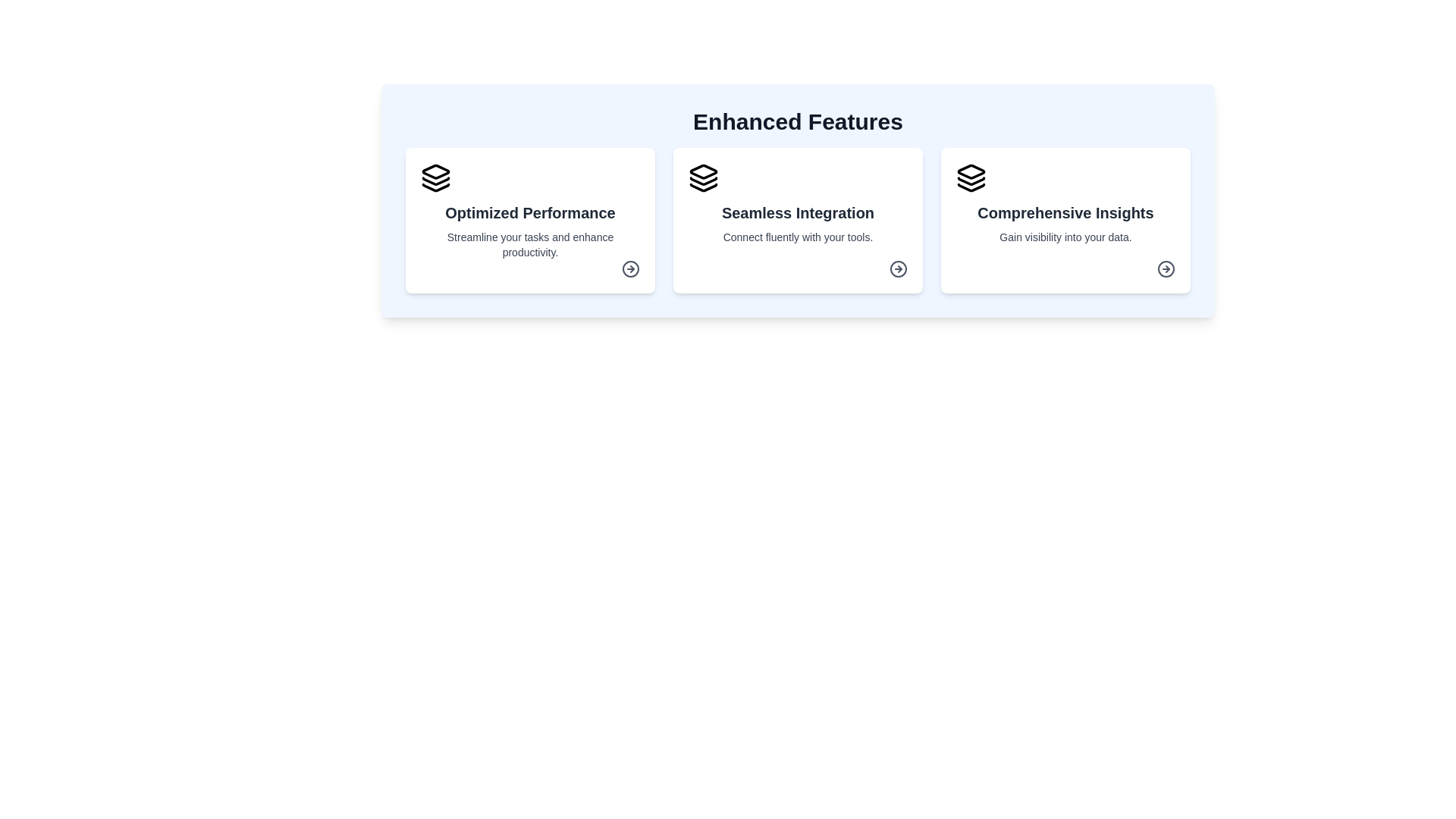 The image size is (1456, 819). What do you see at coordinates (702, 180) in the screenshot?
I see `the second graphical icon resembling layered shapes within the central card of the 'Seamless Integration' layout` at bounding box center [702, 180].